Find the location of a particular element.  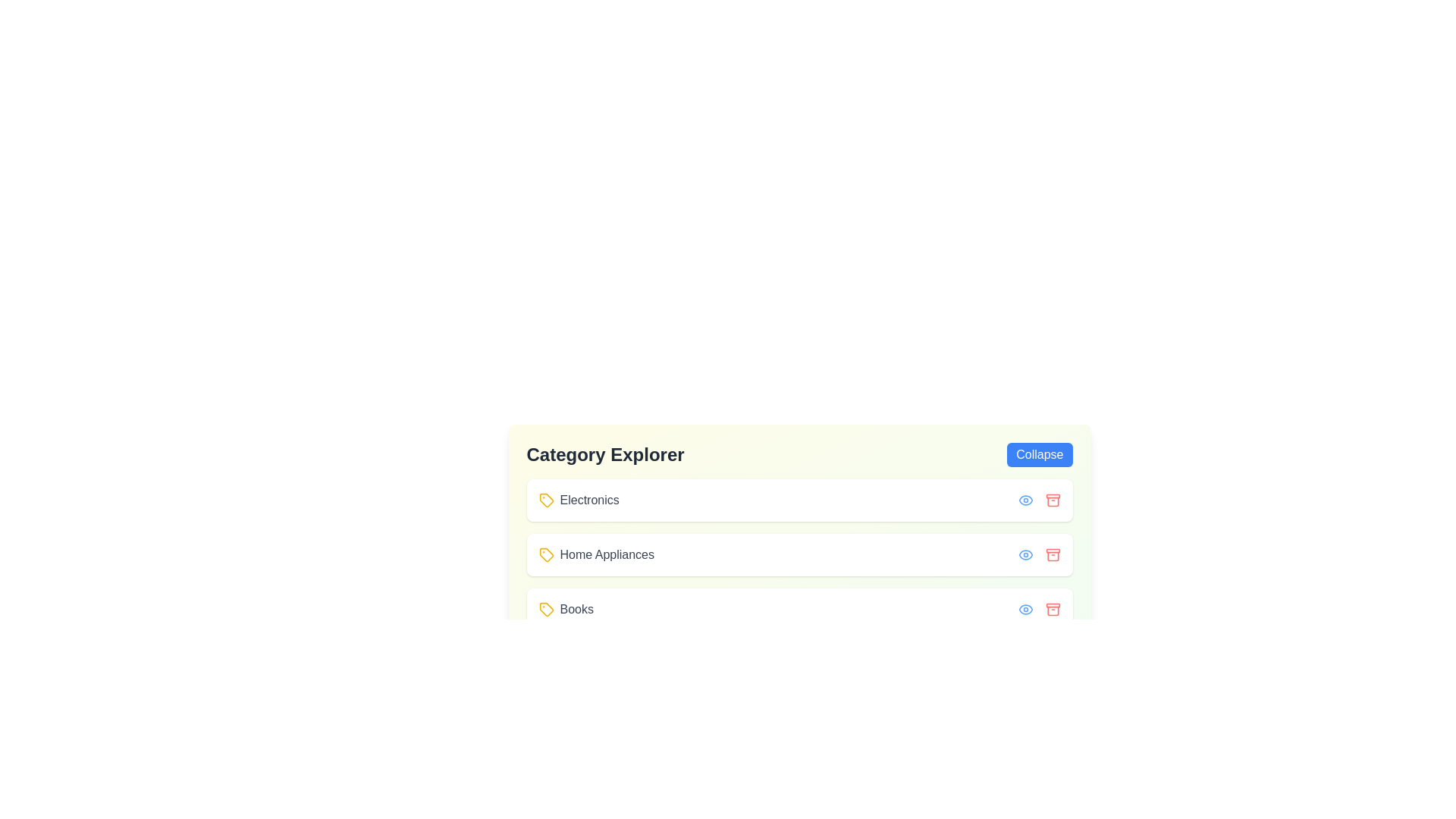

the button on the right side of the 'Category Explorer' section is located at coordinates (1039, 454).